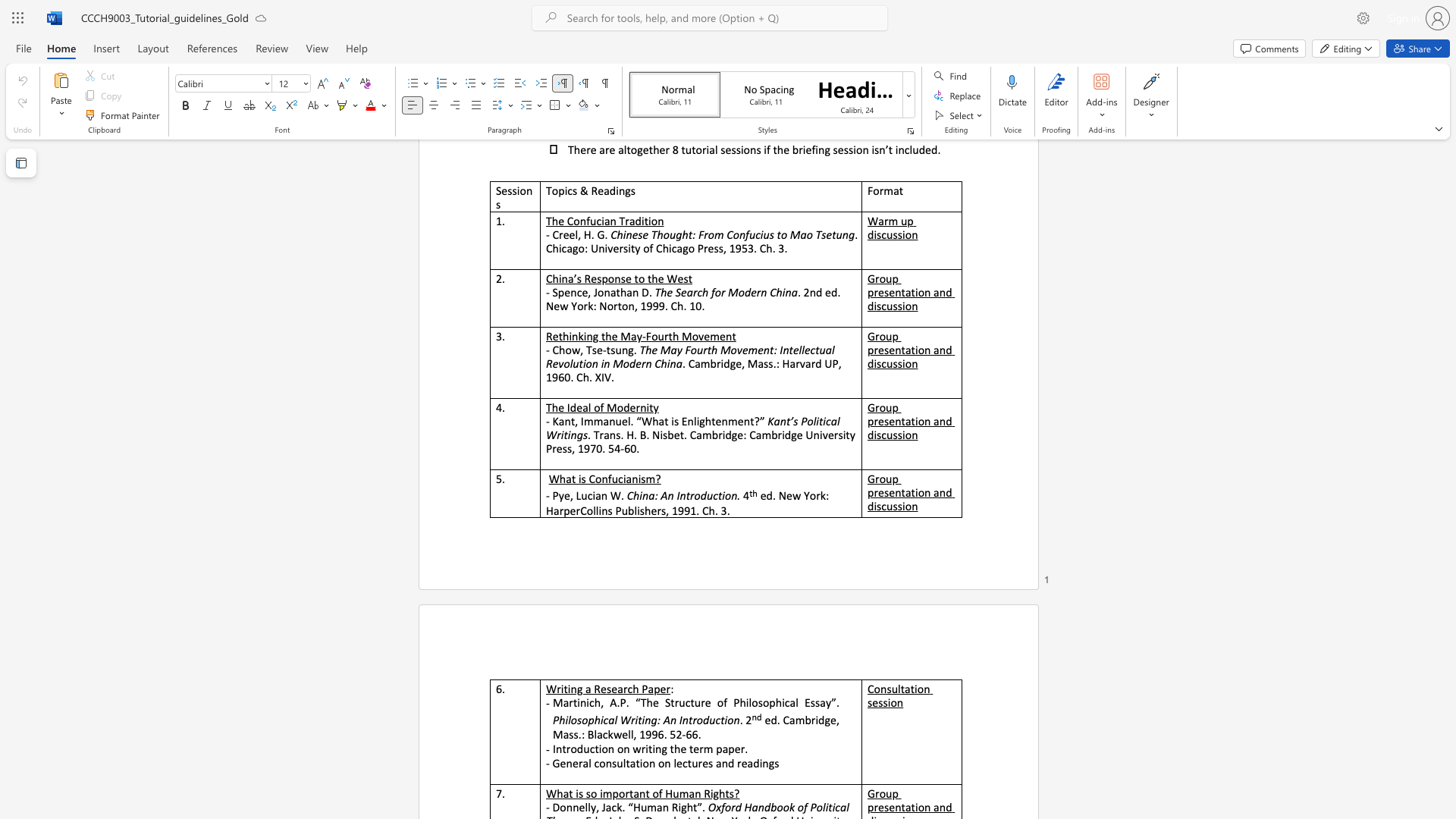 This screenshot has width=1456, height=819. What do you see at coordinates (685, 733) in the screenshot?
I see `the subset text "66." within the text "ed. Cambridge, Mass.: Blackwell, 1996. 52-66."` at bounding box center [685, 733].